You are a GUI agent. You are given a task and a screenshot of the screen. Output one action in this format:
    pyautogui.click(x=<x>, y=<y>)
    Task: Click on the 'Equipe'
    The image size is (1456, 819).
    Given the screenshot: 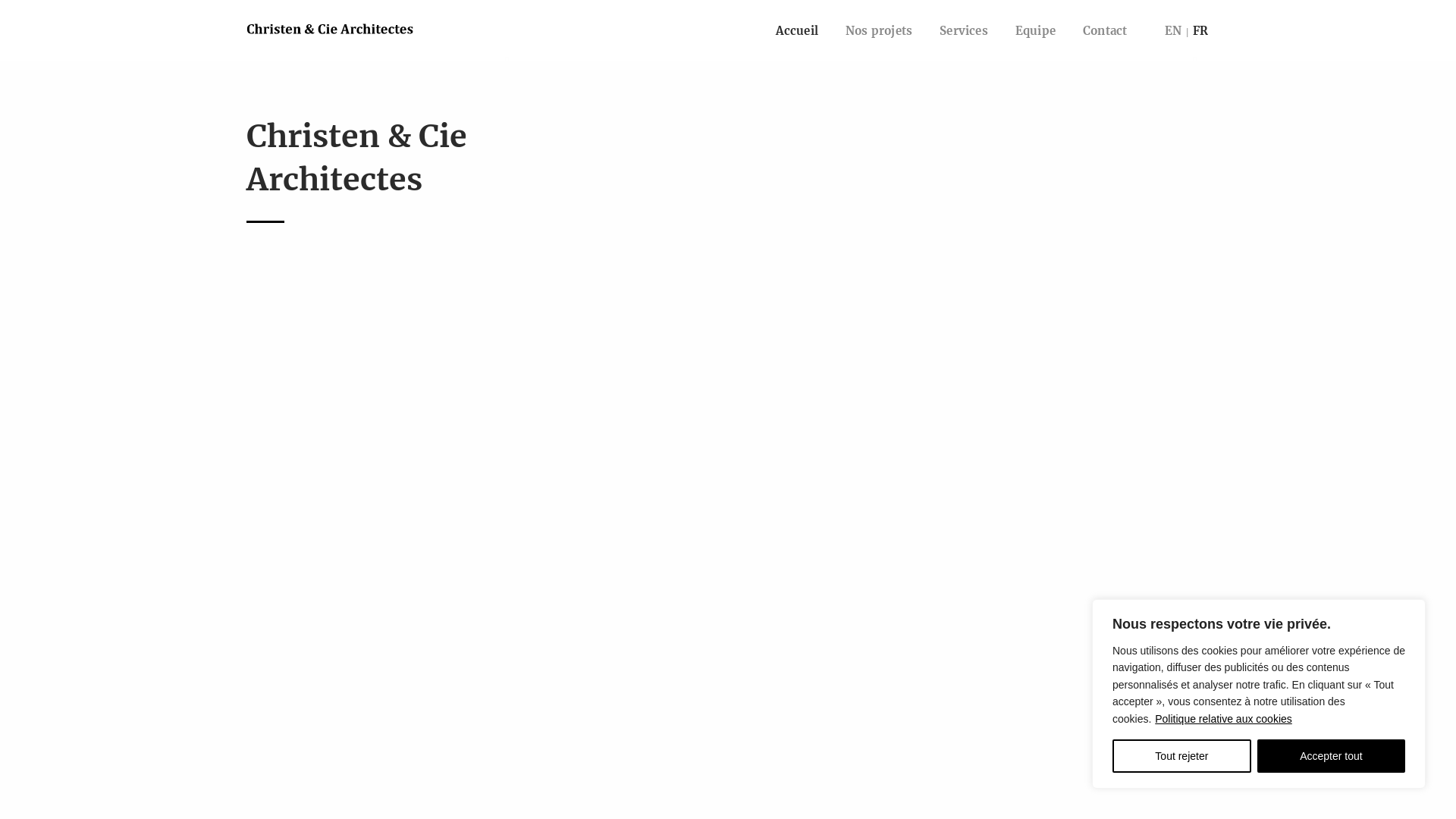 What is the action you would take?
    pyautogui.click(x=1001, y=30)
    